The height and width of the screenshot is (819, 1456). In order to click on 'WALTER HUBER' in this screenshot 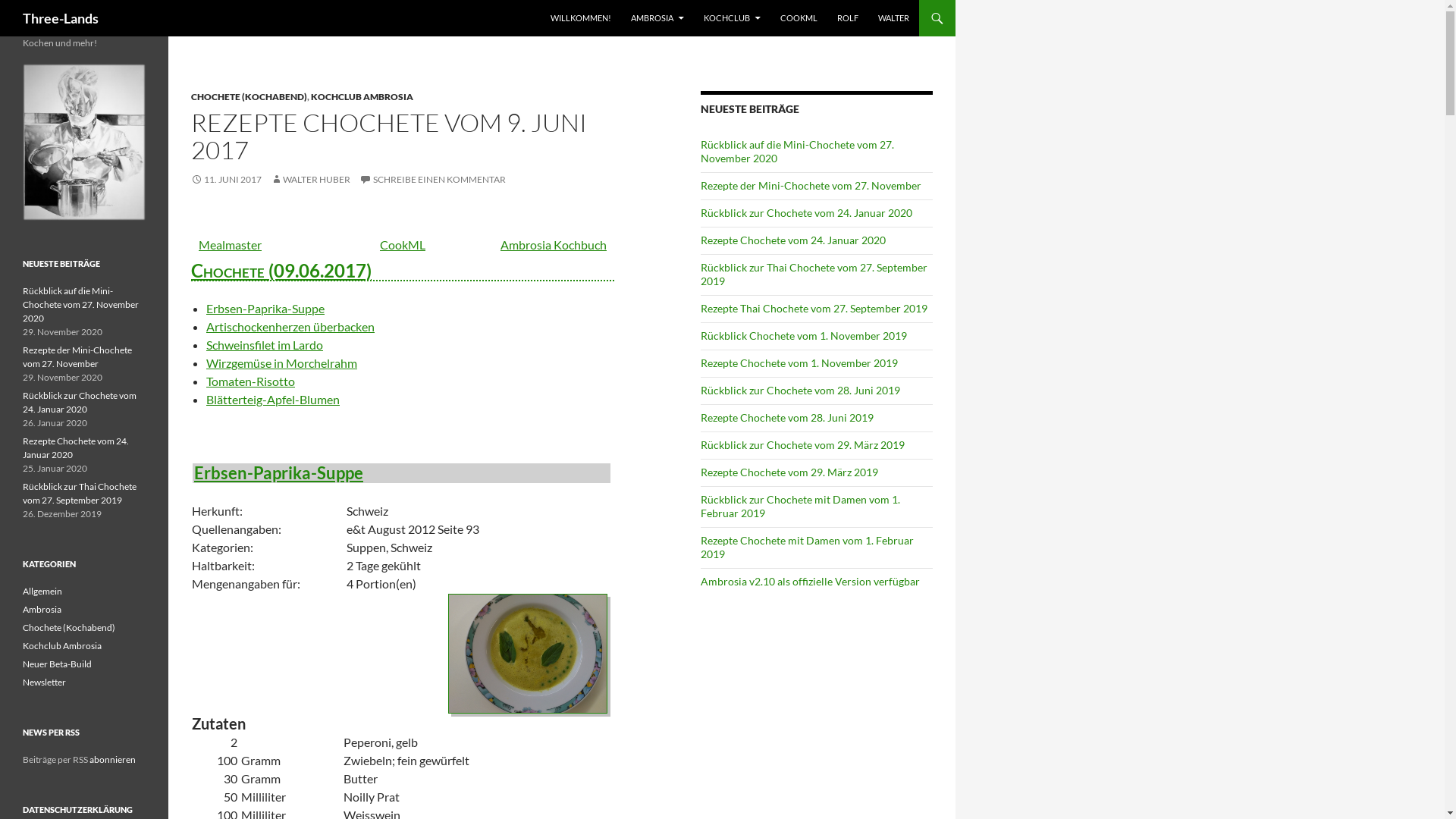, I will do `click(309, 178)`.